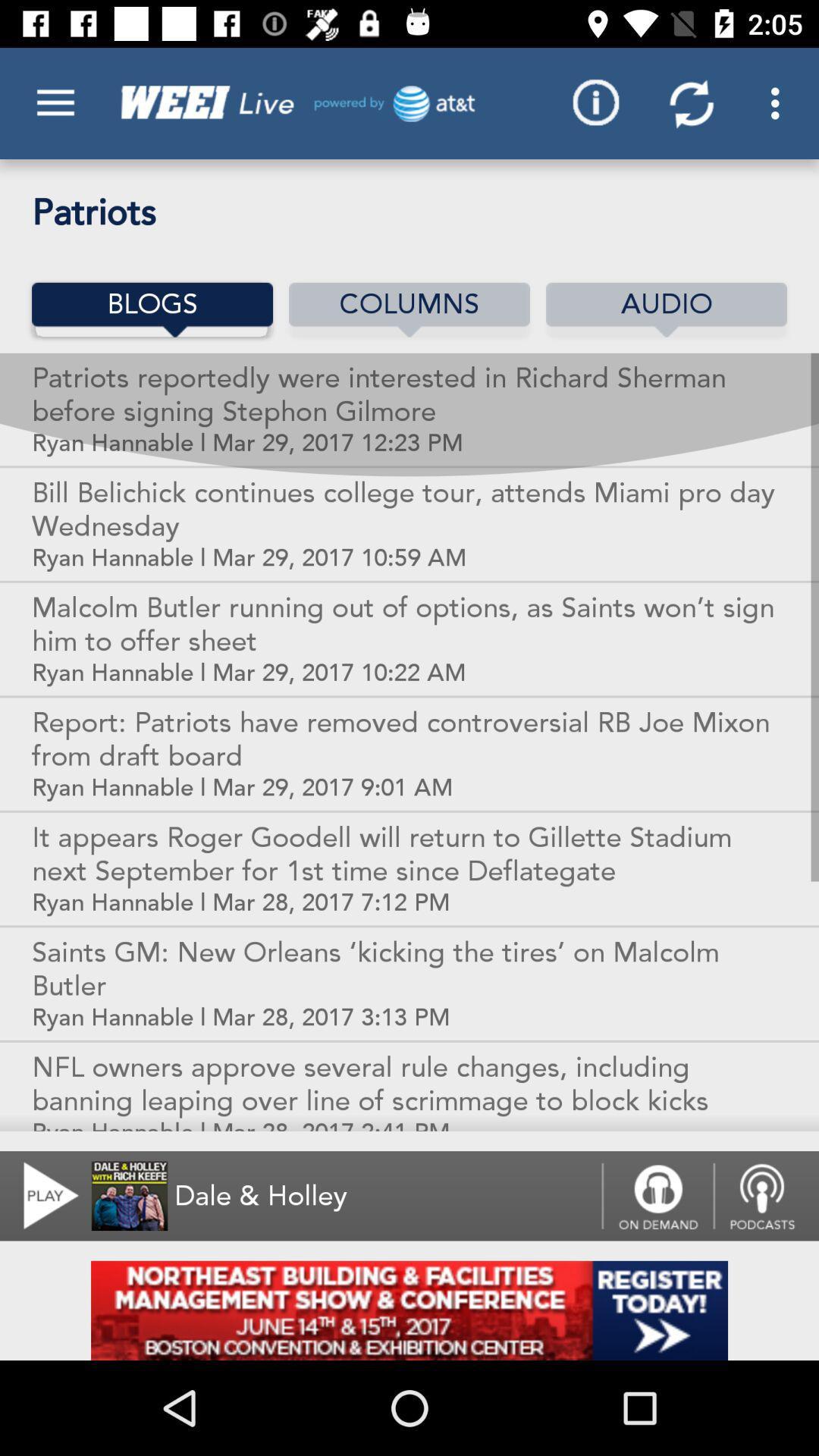  Describe the element at coordinates (41, 1195) in the screenshot. I see `the play icon` at that location.